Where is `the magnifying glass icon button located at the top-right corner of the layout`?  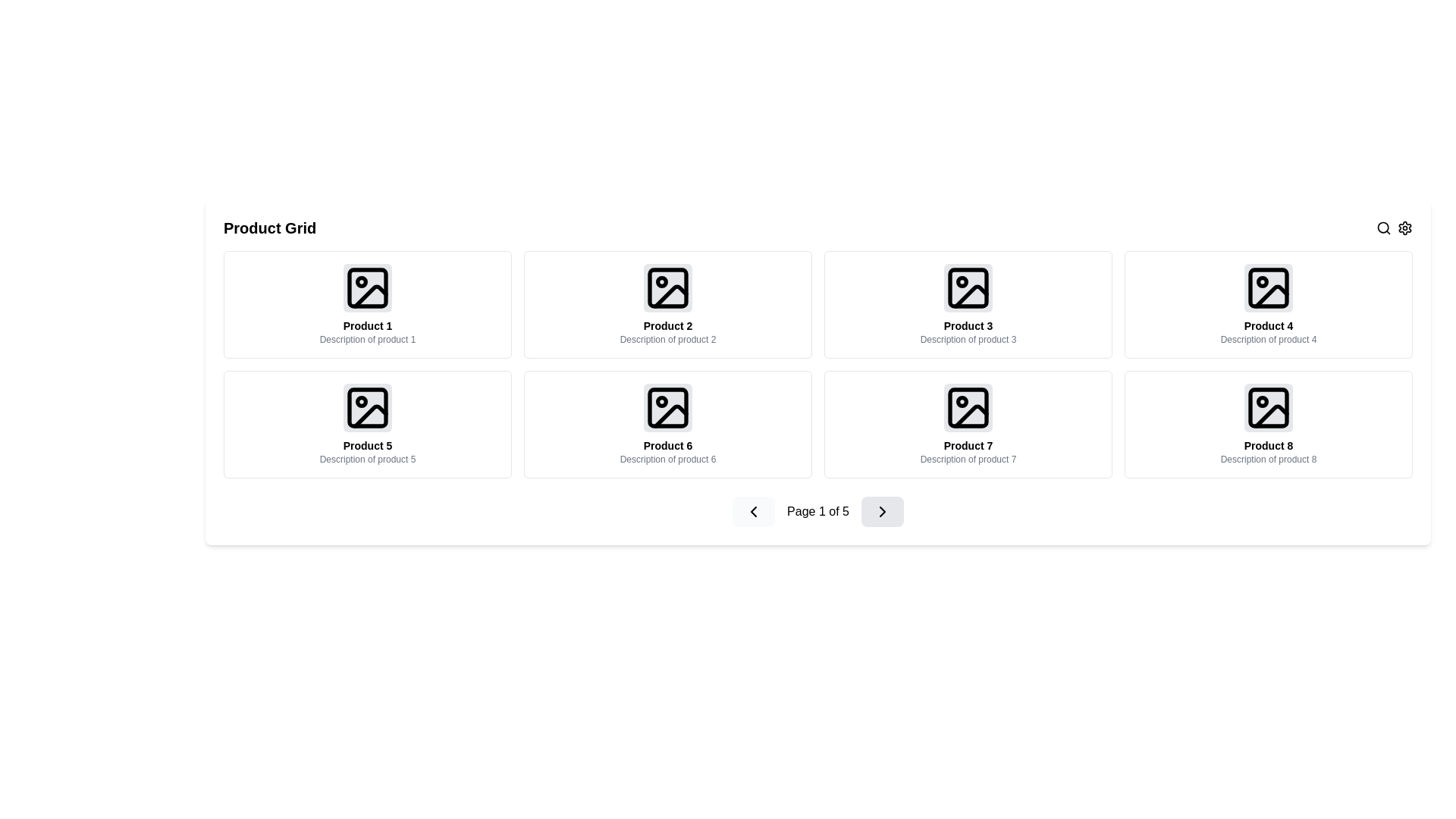
the magnifying glass icon button located at the top-right corner of the layout is located at coordinates (1383, 227).